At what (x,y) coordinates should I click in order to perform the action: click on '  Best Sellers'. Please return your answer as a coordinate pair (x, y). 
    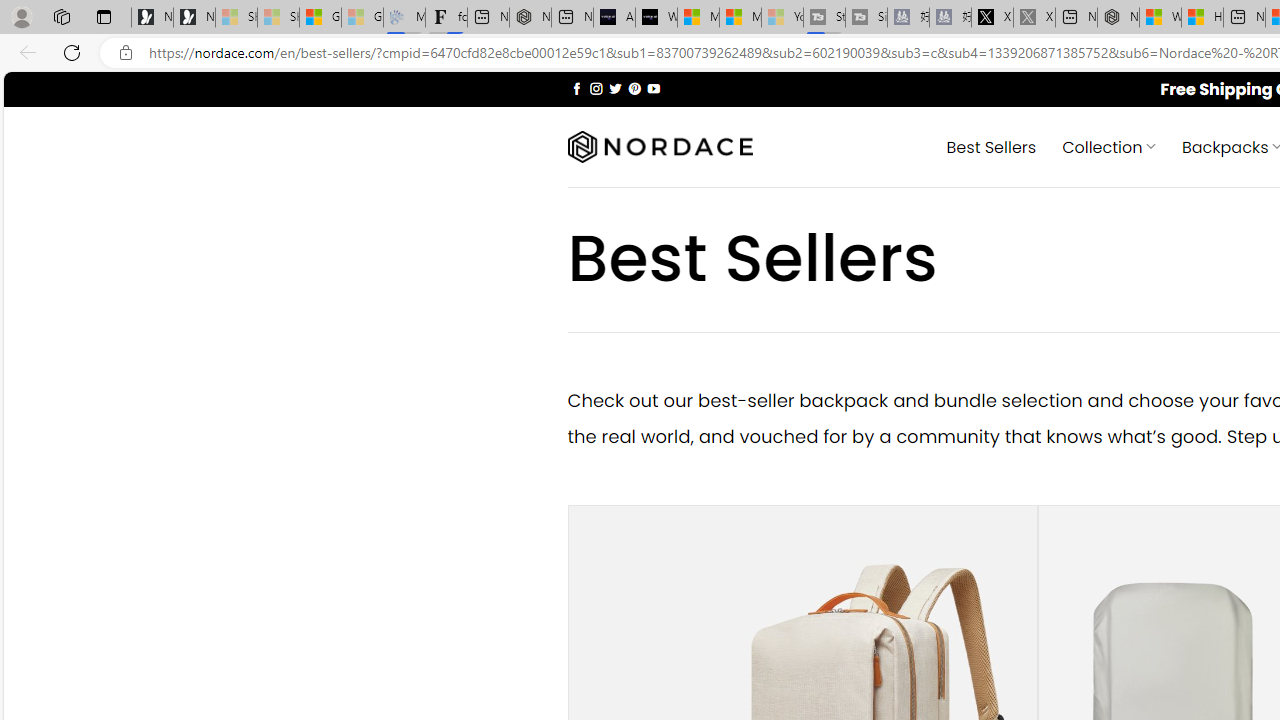
    Looking at the image, I should click on (991, 145).